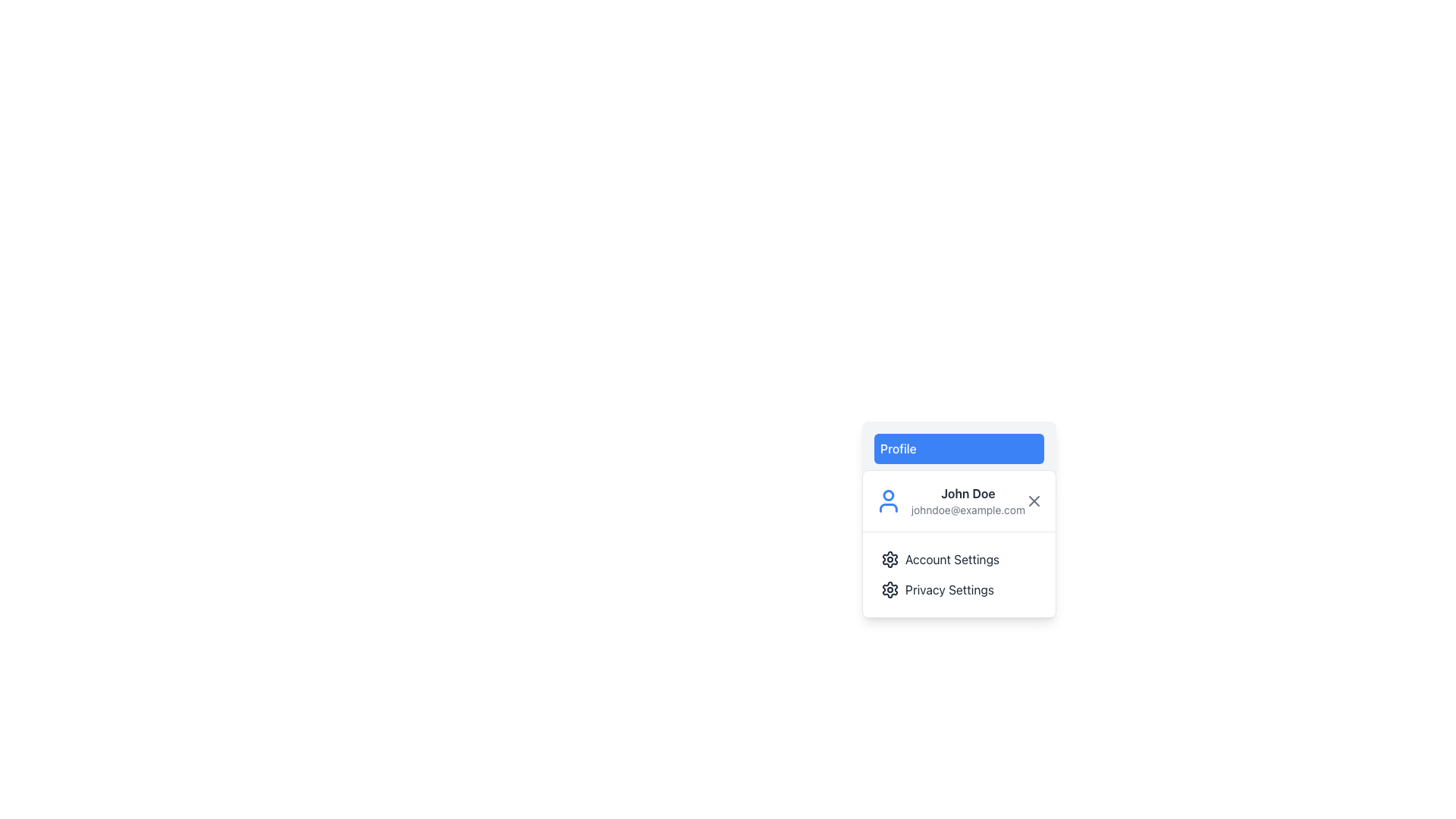 The height and width of the screenshot is (819, 1456). I want to click on the 'Profile' label, which is a text element styled with medium weight font on a blue background, located at the top section of a dropdown menu card, so click(898, 447).